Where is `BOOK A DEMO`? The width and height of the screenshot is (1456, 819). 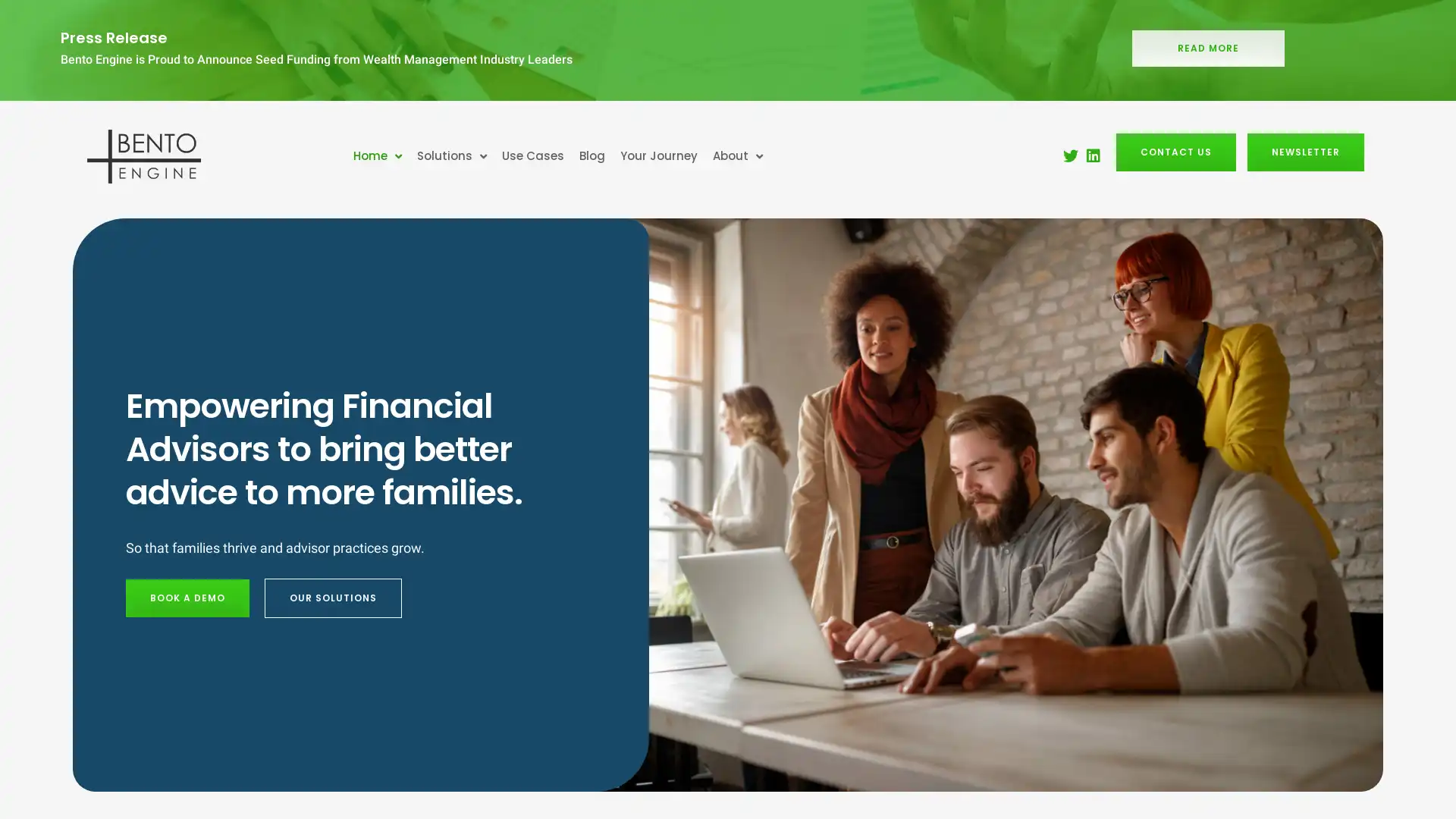
BOOK A DEMO is located at coordinates (187, 598).